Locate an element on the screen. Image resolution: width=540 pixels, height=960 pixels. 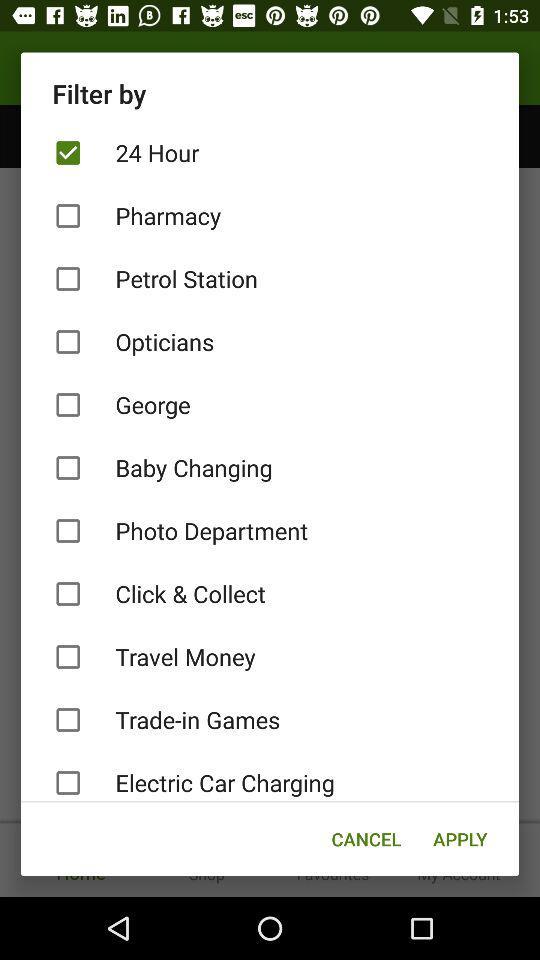
the icon above the trade-in games icon is located at coordinates (270, 656).